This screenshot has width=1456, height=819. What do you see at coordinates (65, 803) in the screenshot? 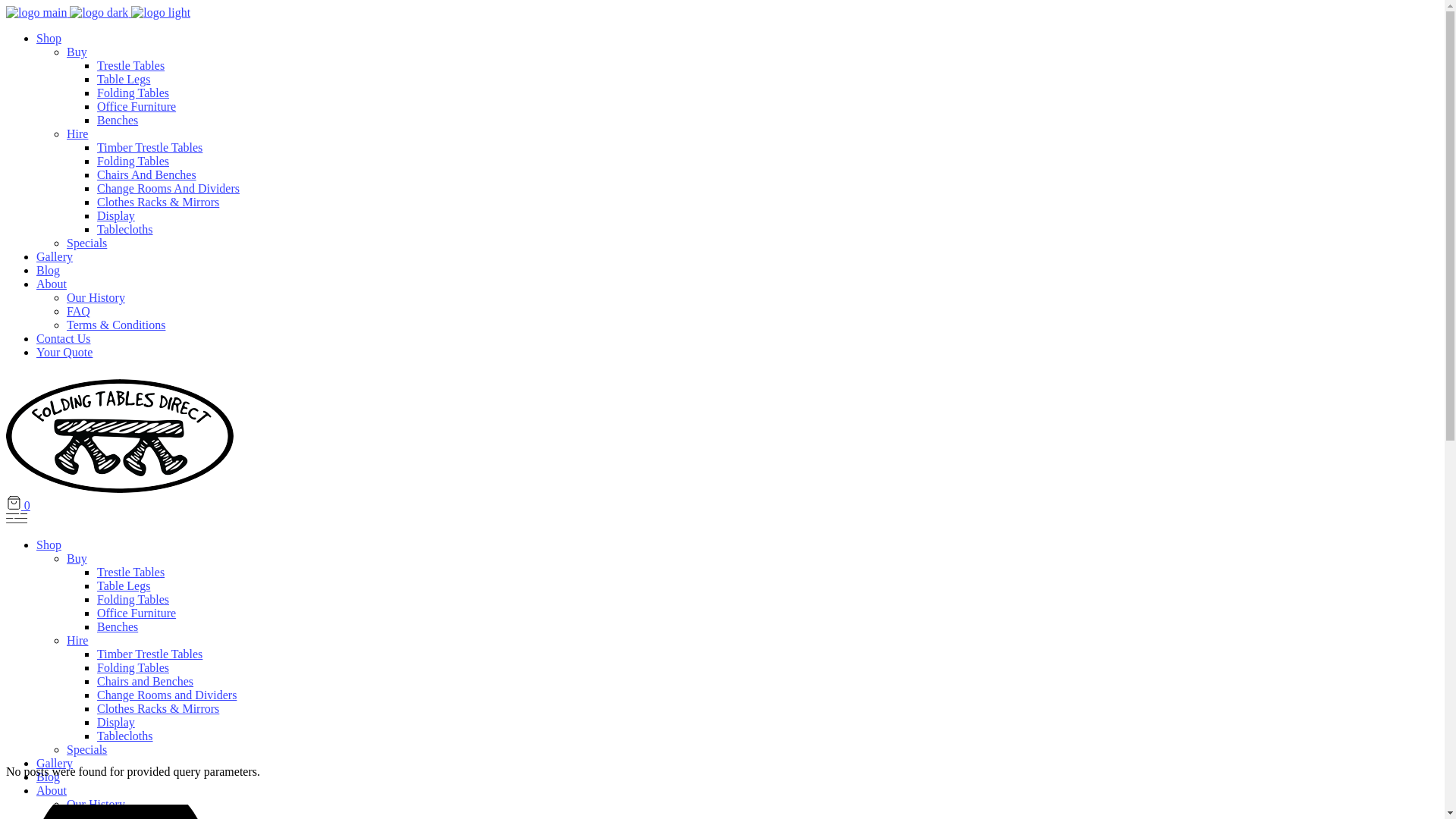
I see `'Our History'` at bounding box center [65, 803].